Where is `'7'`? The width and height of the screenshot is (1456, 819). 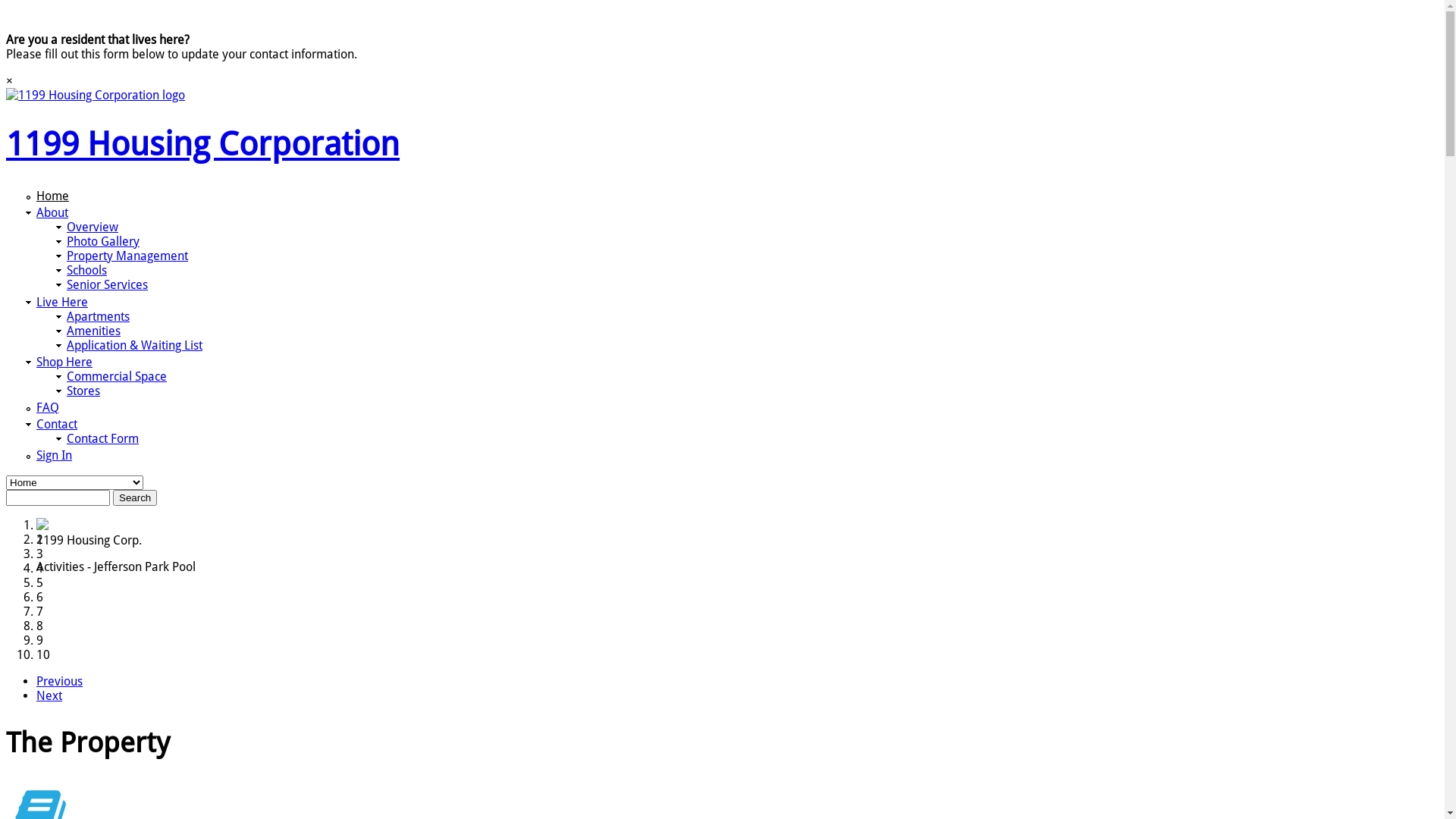
'7' is located at coordinates (39, 610).